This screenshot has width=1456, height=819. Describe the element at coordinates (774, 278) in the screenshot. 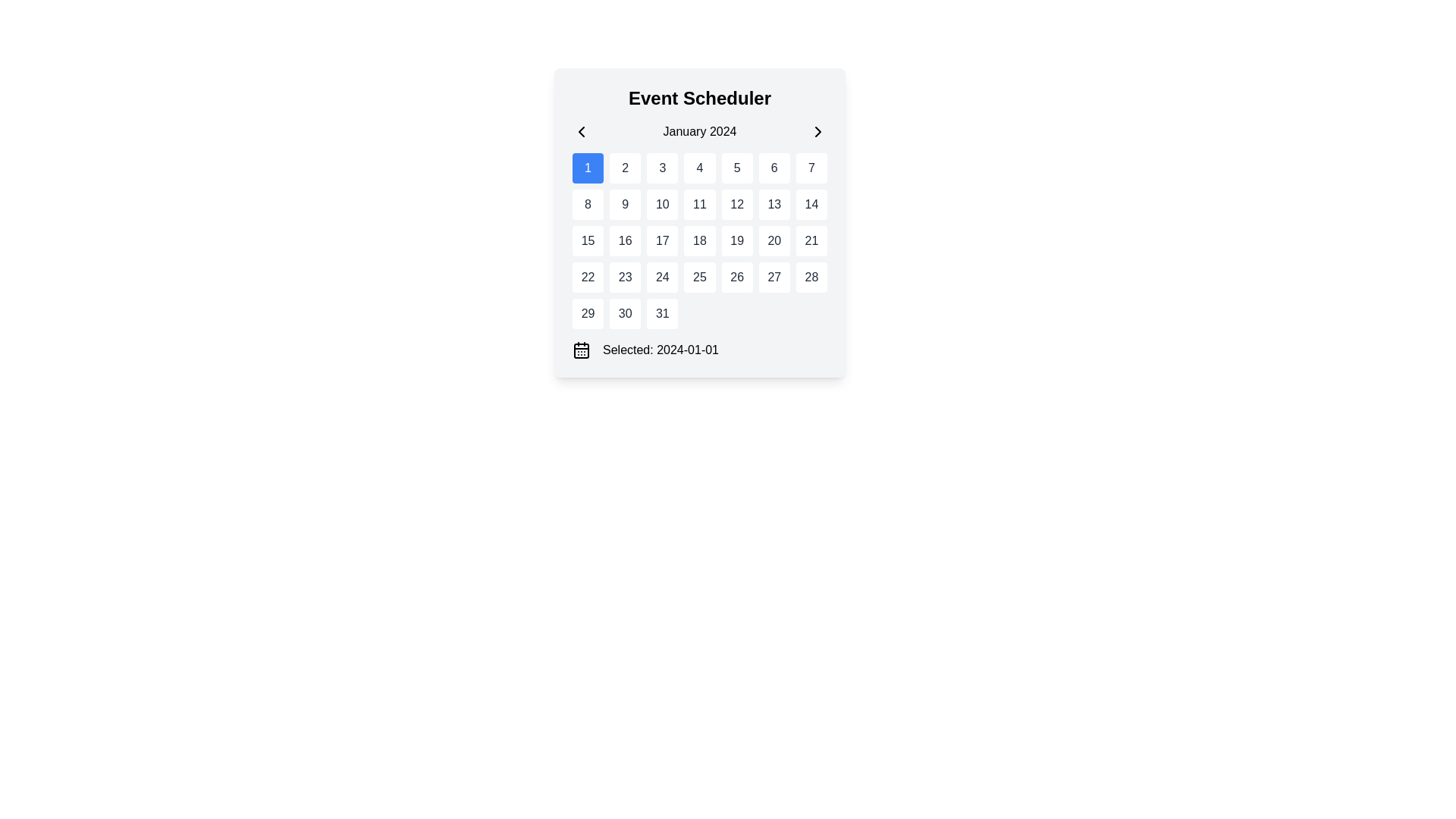

I see `the Calendar Date Cell displaying the number '27'` at that location.